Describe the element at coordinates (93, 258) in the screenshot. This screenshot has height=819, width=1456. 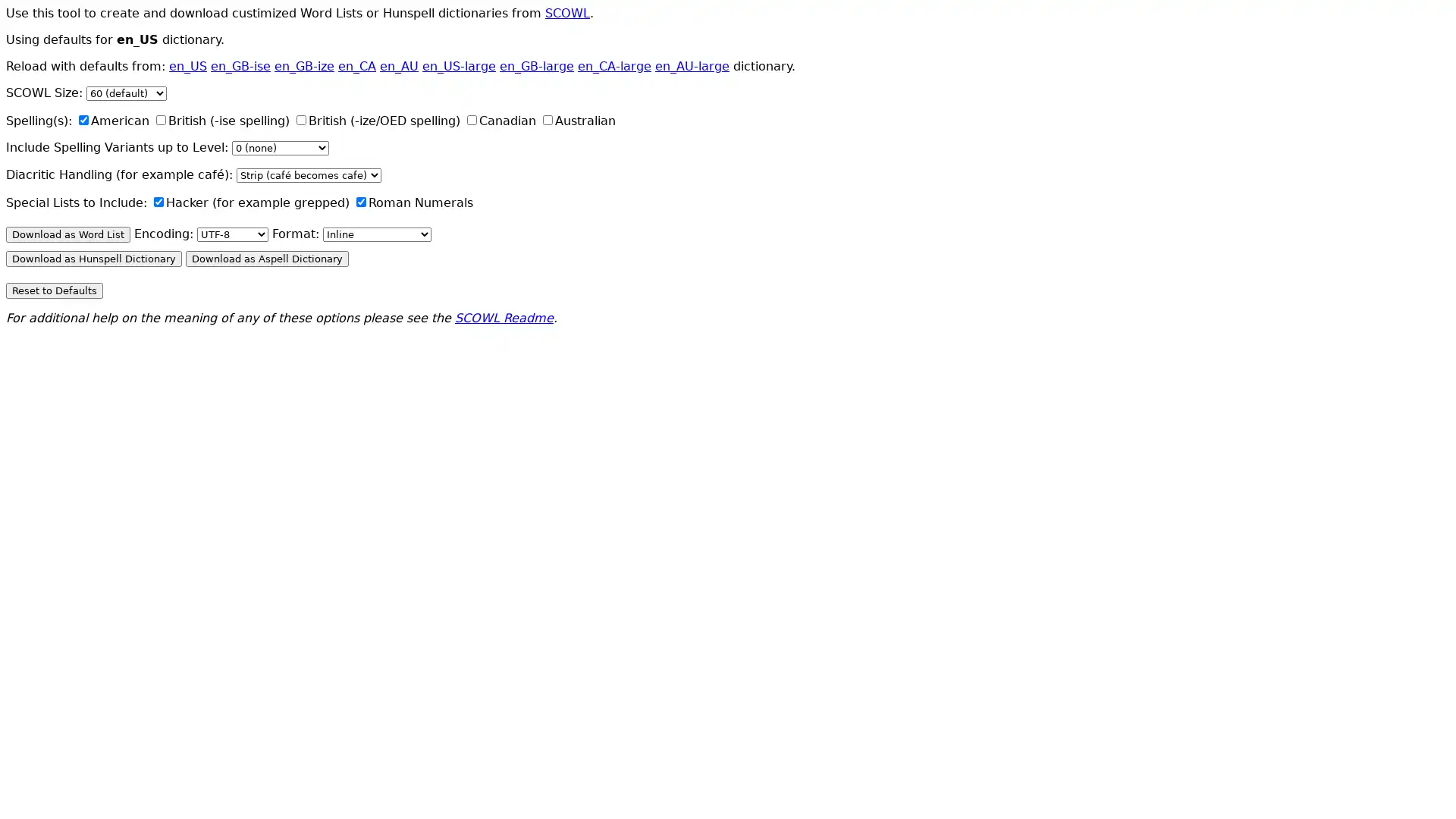
I see `Download as Hunspell Dictionary` at that location.